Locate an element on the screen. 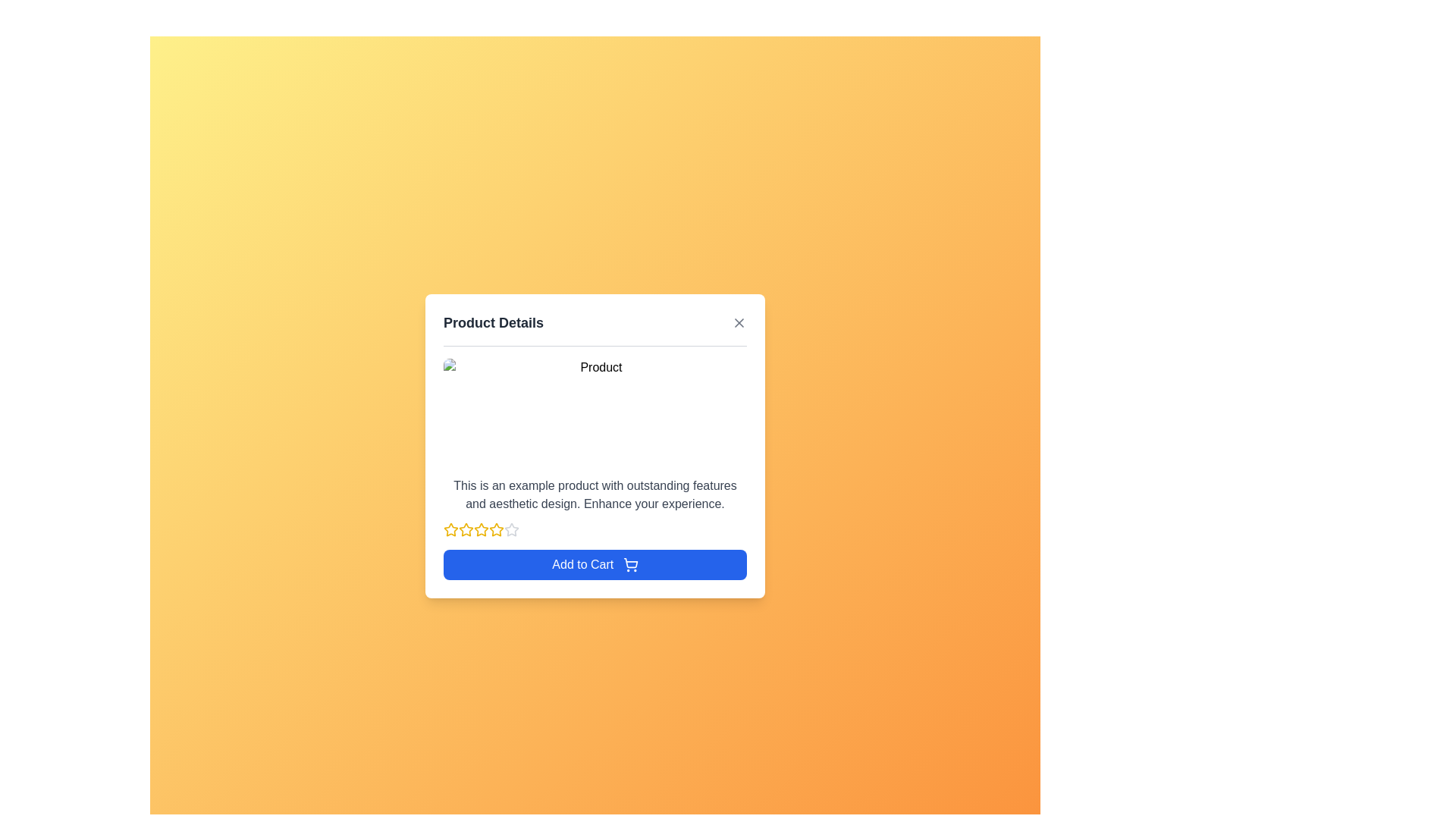 The width and height of the screenshot is (1456, 819). the fourth star icon in the rating section is located at coordinates (512, 529).